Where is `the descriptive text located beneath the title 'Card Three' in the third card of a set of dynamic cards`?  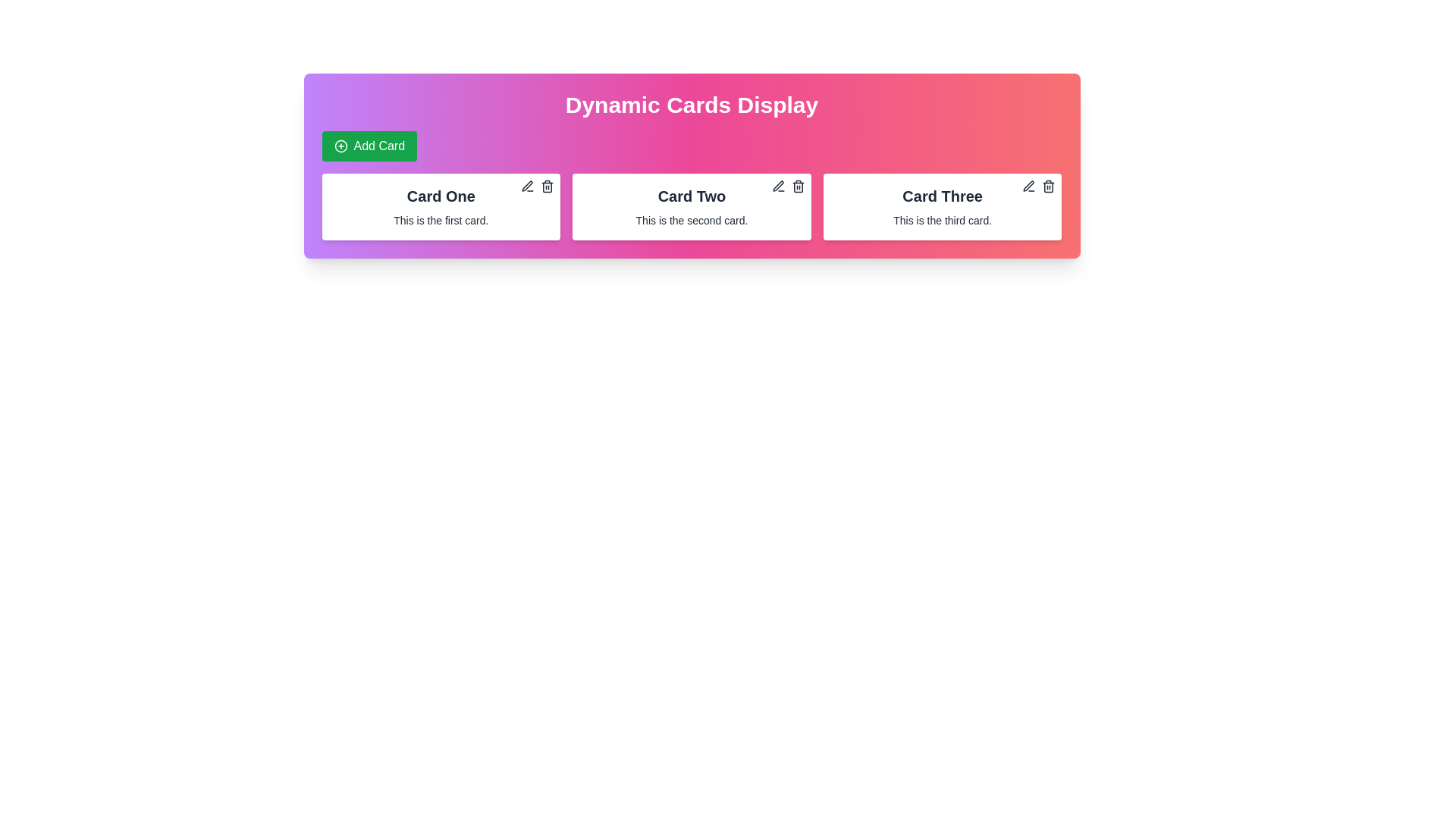 the descriptive text located beneath the title 'Card Three' in the third card of a set of dynamic cards is located at coordinates (942, 220).